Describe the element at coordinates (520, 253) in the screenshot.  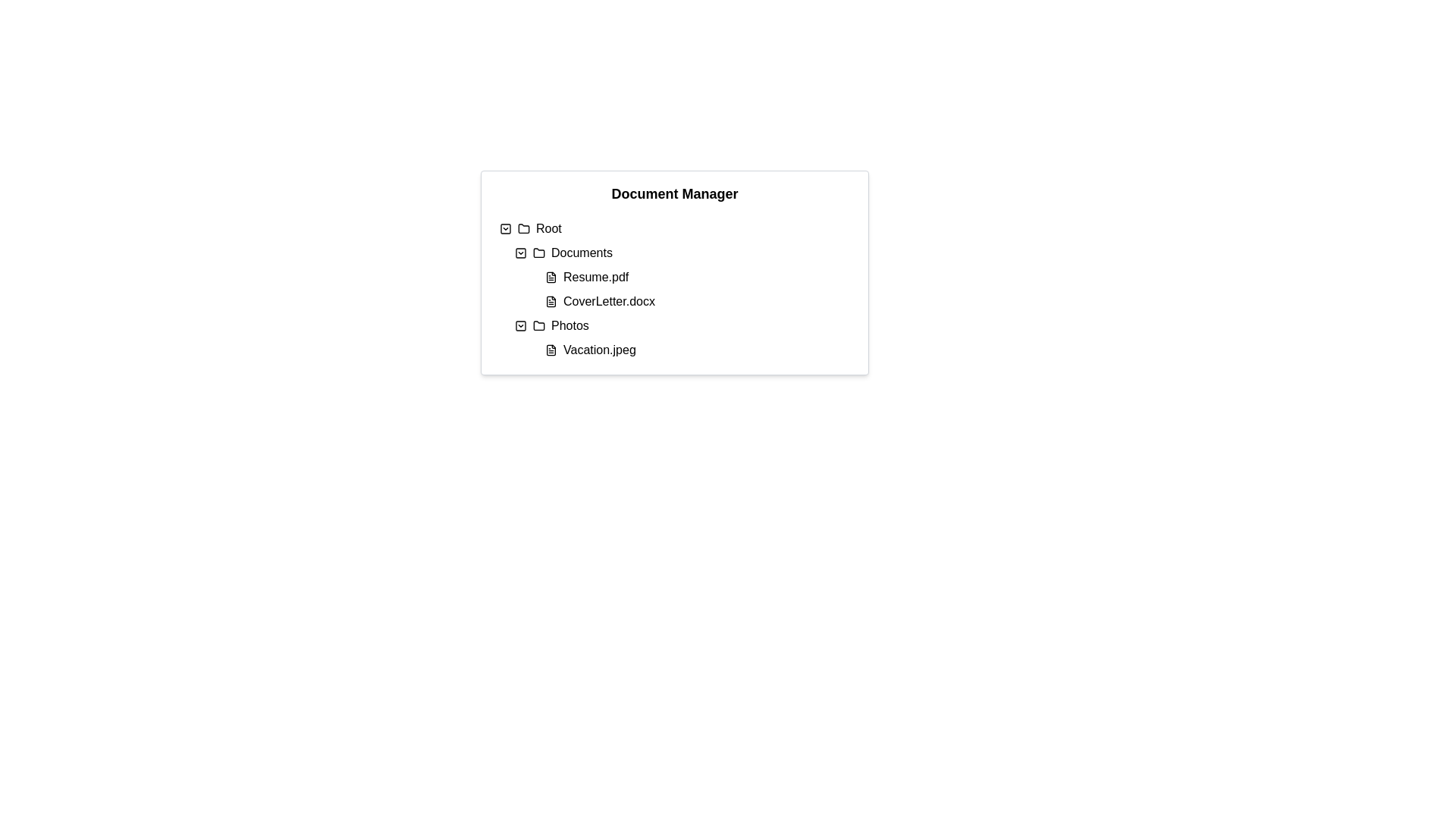
I see `the Expandable Icon located to the left of the 'Documents' text` at that location.